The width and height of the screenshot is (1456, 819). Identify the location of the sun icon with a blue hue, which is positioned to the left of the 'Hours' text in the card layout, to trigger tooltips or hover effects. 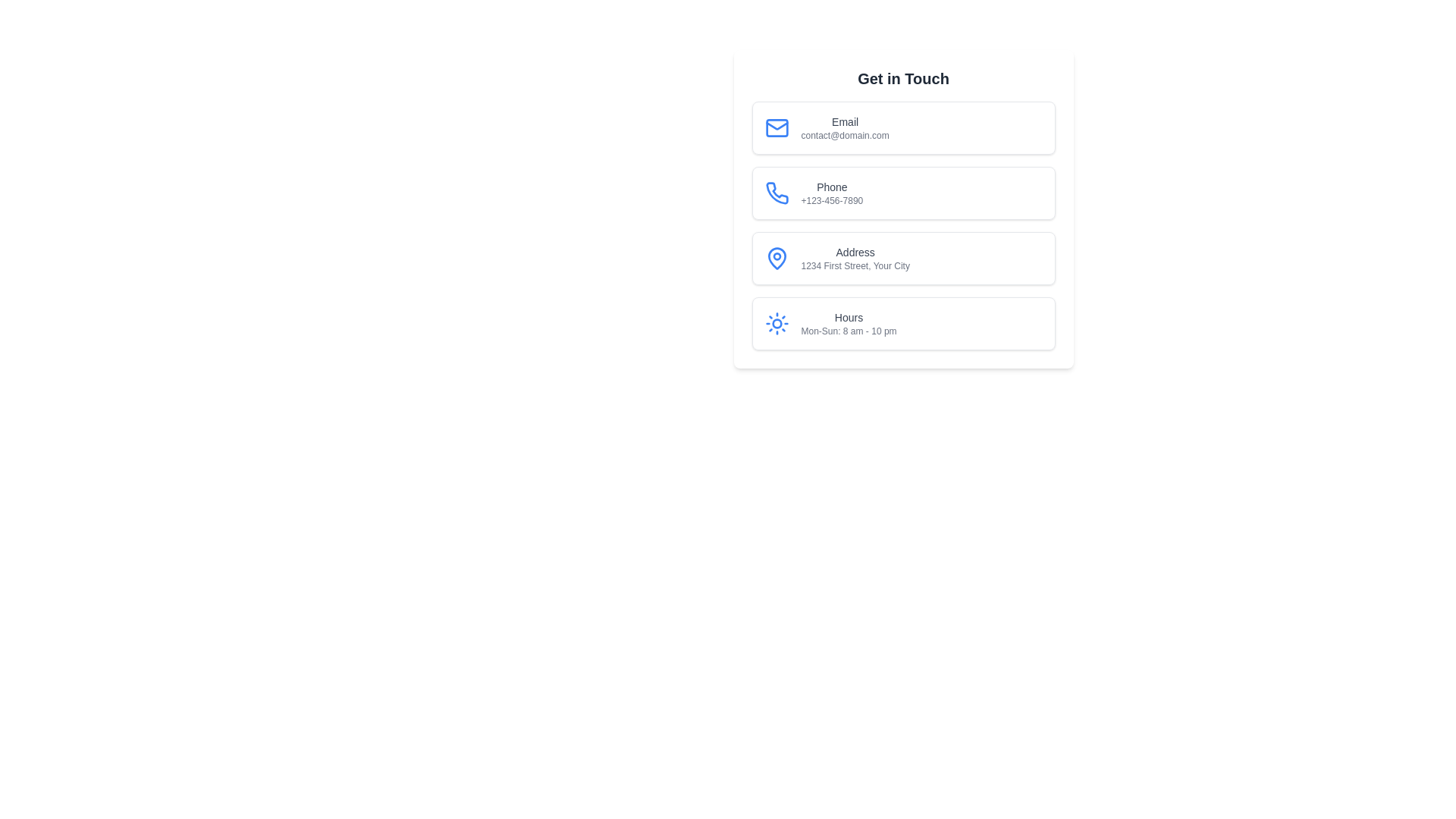
(777, 323).